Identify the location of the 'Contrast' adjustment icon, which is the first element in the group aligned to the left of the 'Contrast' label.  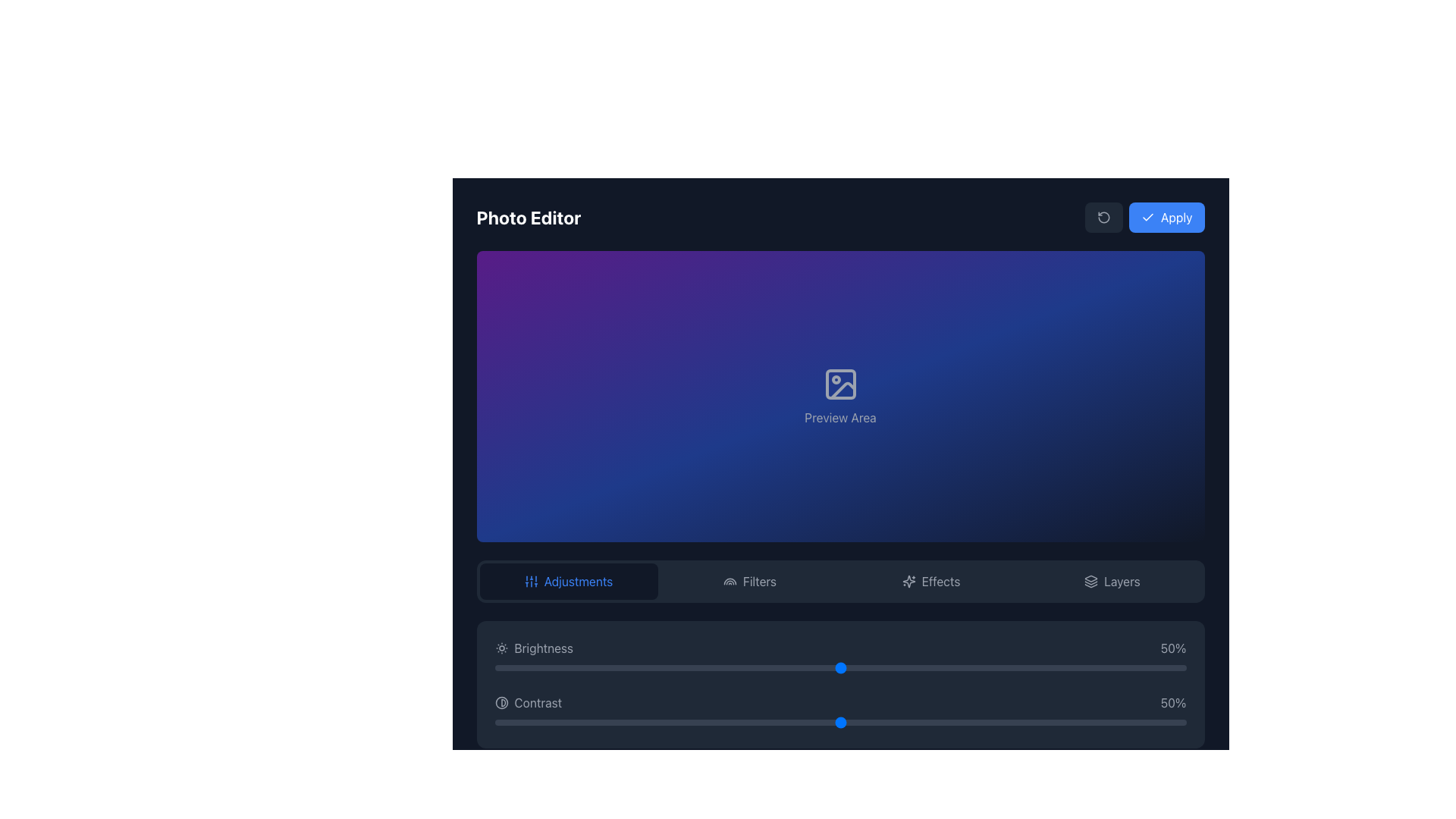
(501, 702).